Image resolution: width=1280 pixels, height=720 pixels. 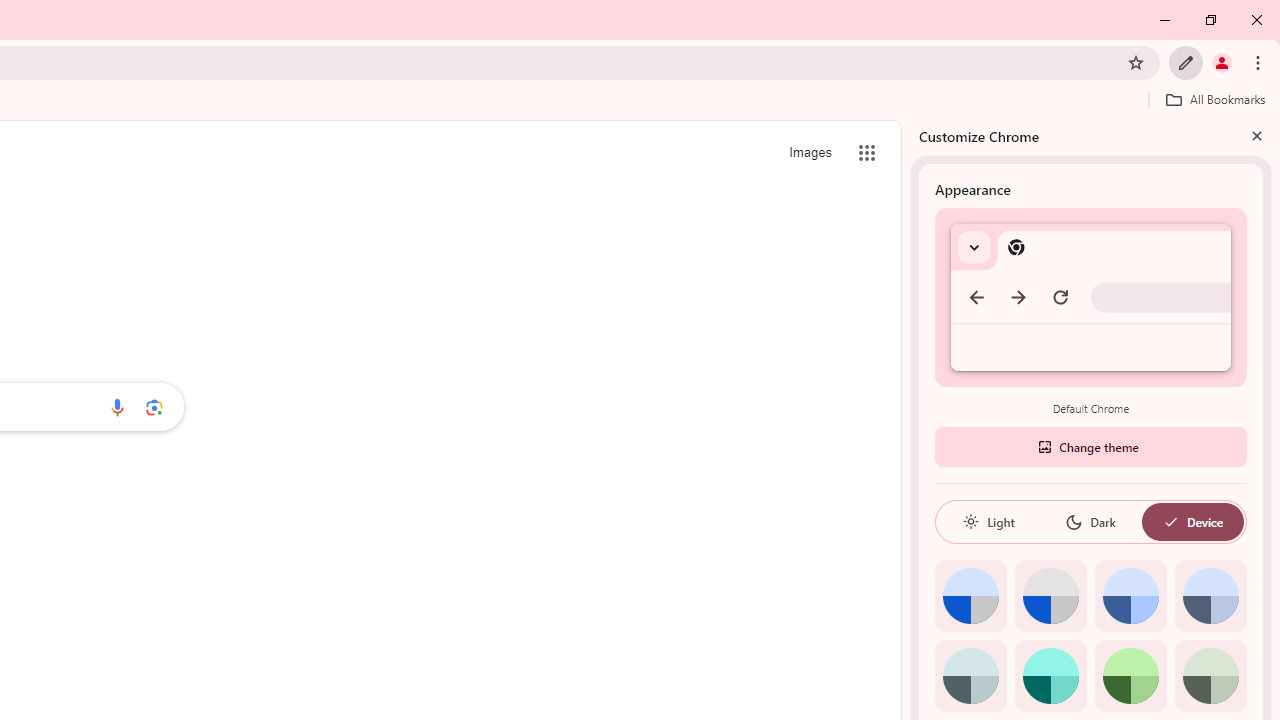 I want to click on 'Default color', so click(x=970, y=595).